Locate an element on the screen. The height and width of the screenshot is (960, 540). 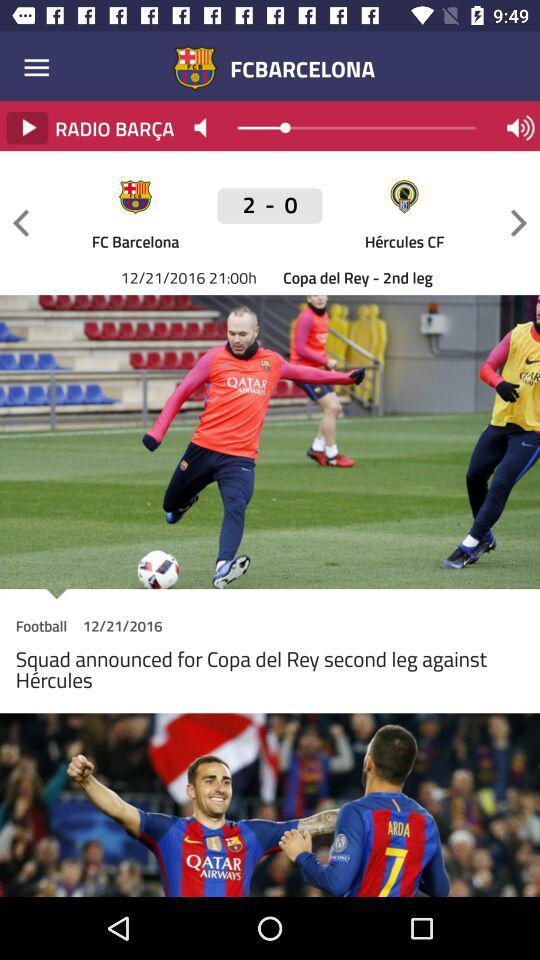
football item is located at coordinates (41, 628).